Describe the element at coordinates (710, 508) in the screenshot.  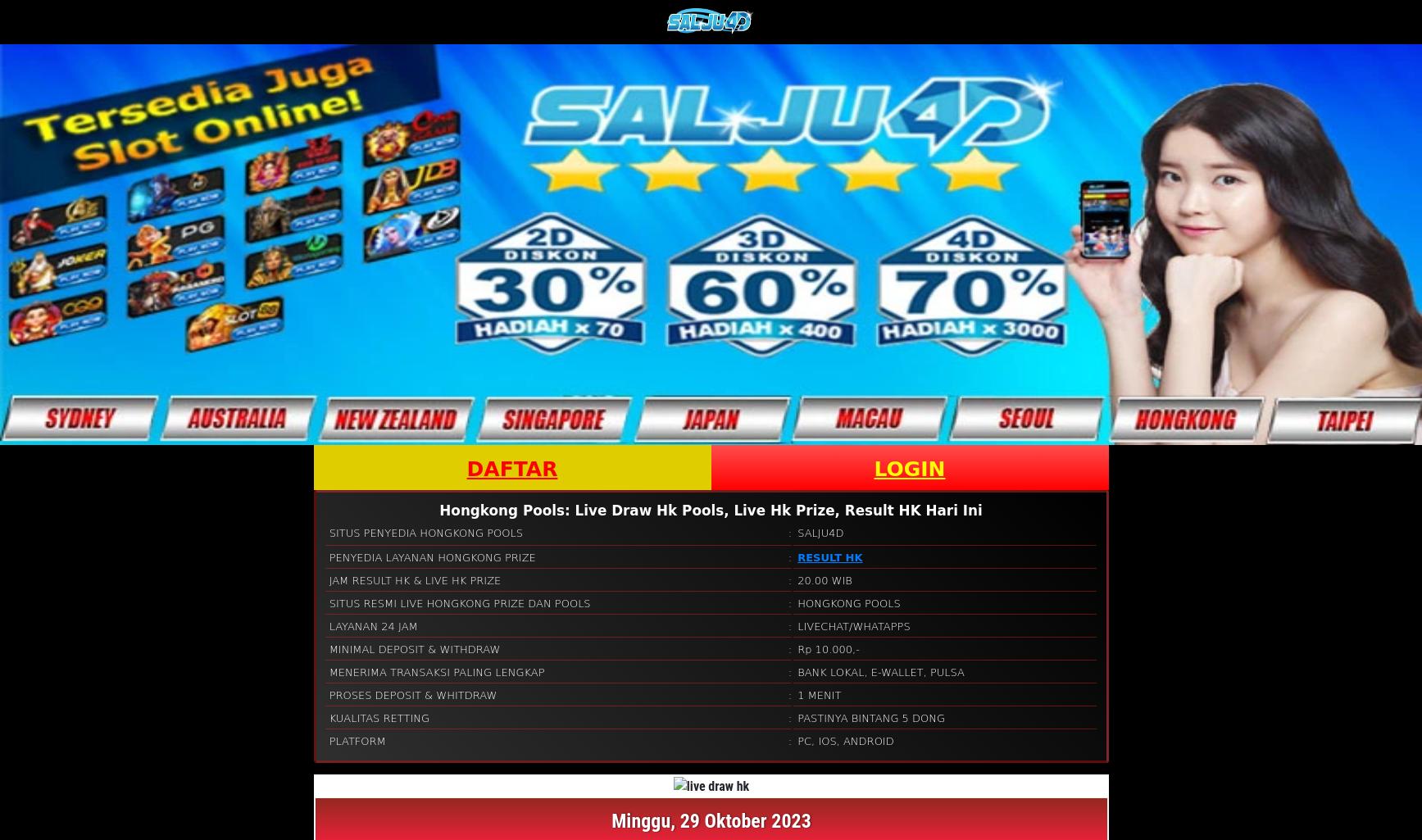
I see `'Hongkong Pools: Live Draw Hk Pools, Live Hk Prize, Result HK Hari Ini'` at that location.